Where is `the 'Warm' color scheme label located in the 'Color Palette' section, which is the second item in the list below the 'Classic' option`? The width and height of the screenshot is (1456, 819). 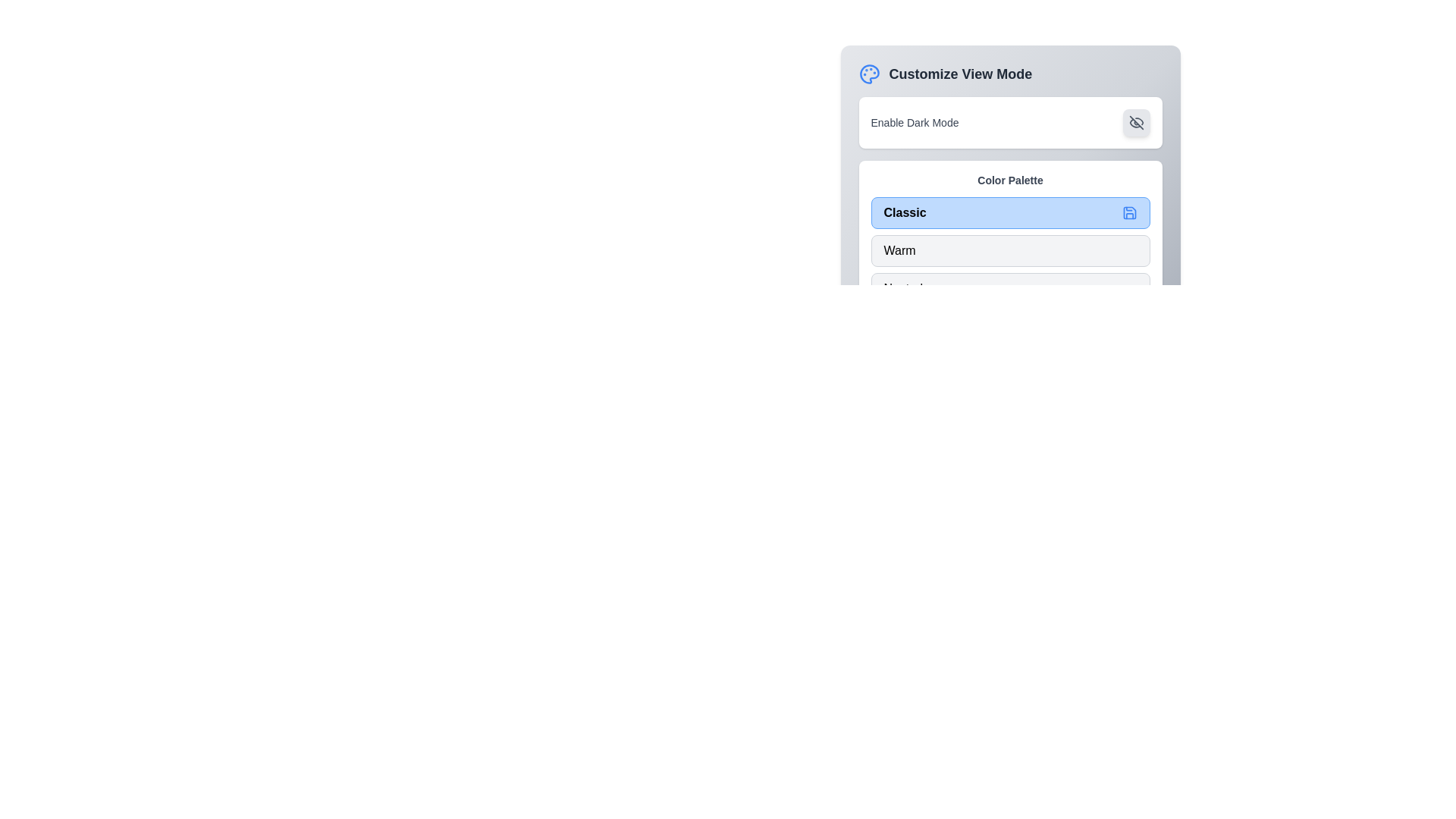 the 'Warm' color scheme label located in the 'Color Palette' section, which is the second item in the list below the 'Classic' option is located at coordinates (899, 250).